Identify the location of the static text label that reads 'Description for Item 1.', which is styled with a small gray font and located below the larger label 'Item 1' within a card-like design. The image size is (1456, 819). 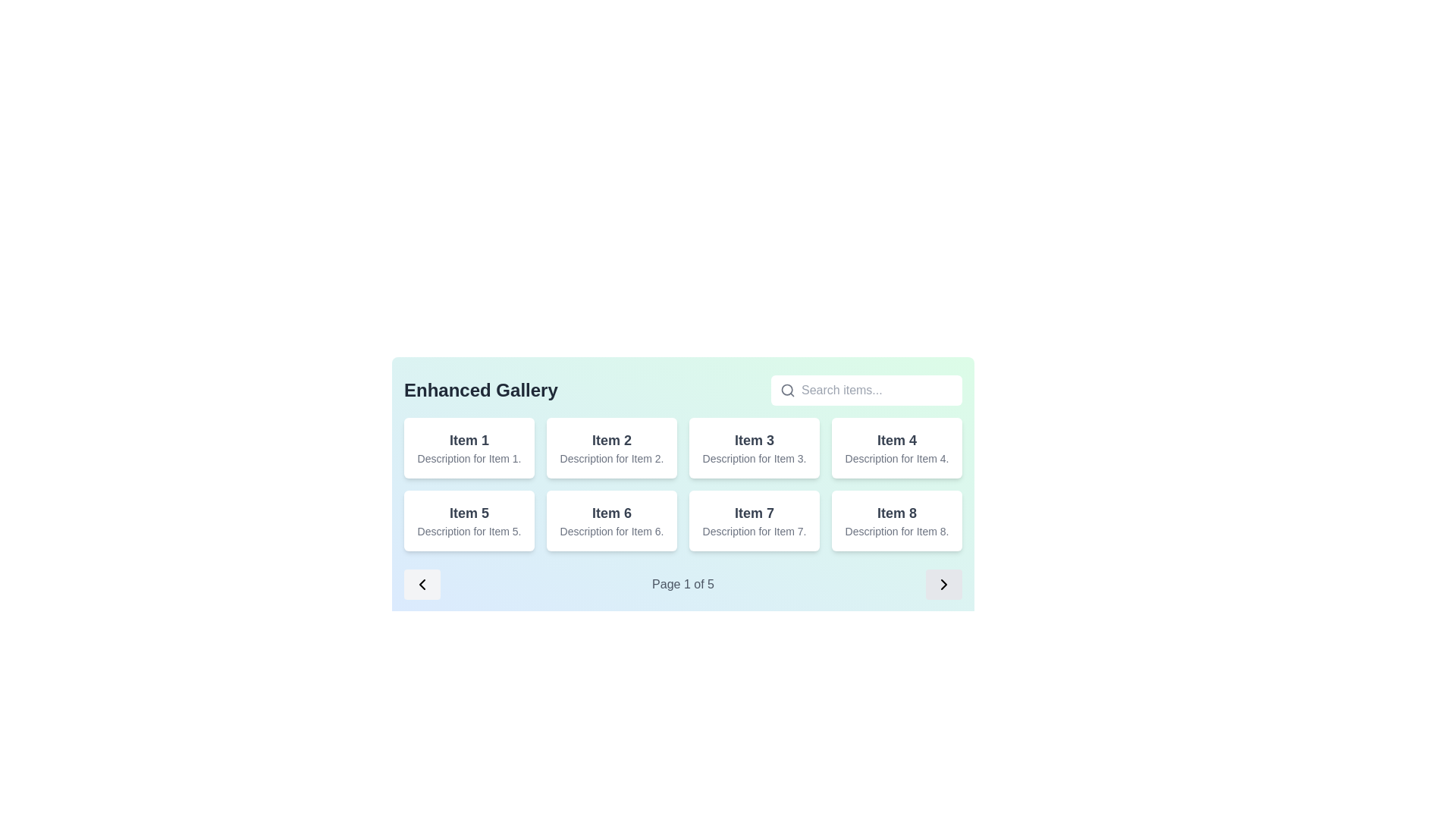
(469, 458).